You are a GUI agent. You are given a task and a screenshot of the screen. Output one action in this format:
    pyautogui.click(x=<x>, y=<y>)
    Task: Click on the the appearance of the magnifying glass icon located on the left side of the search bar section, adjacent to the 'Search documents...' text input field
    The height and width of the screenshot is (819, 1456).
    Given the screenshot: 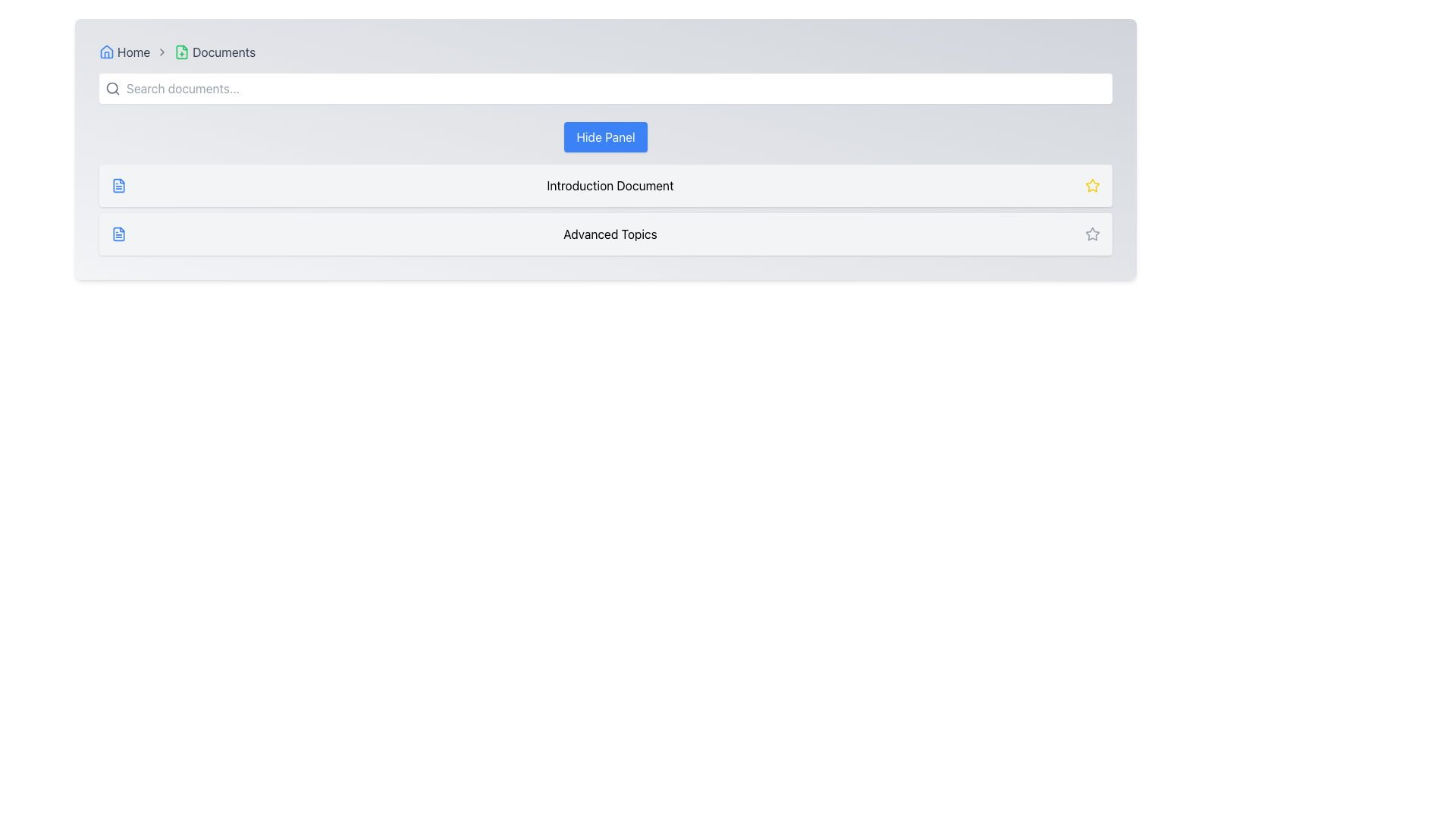 What is the action you would take?
    pyautogui.click(x=111, y=88)
    